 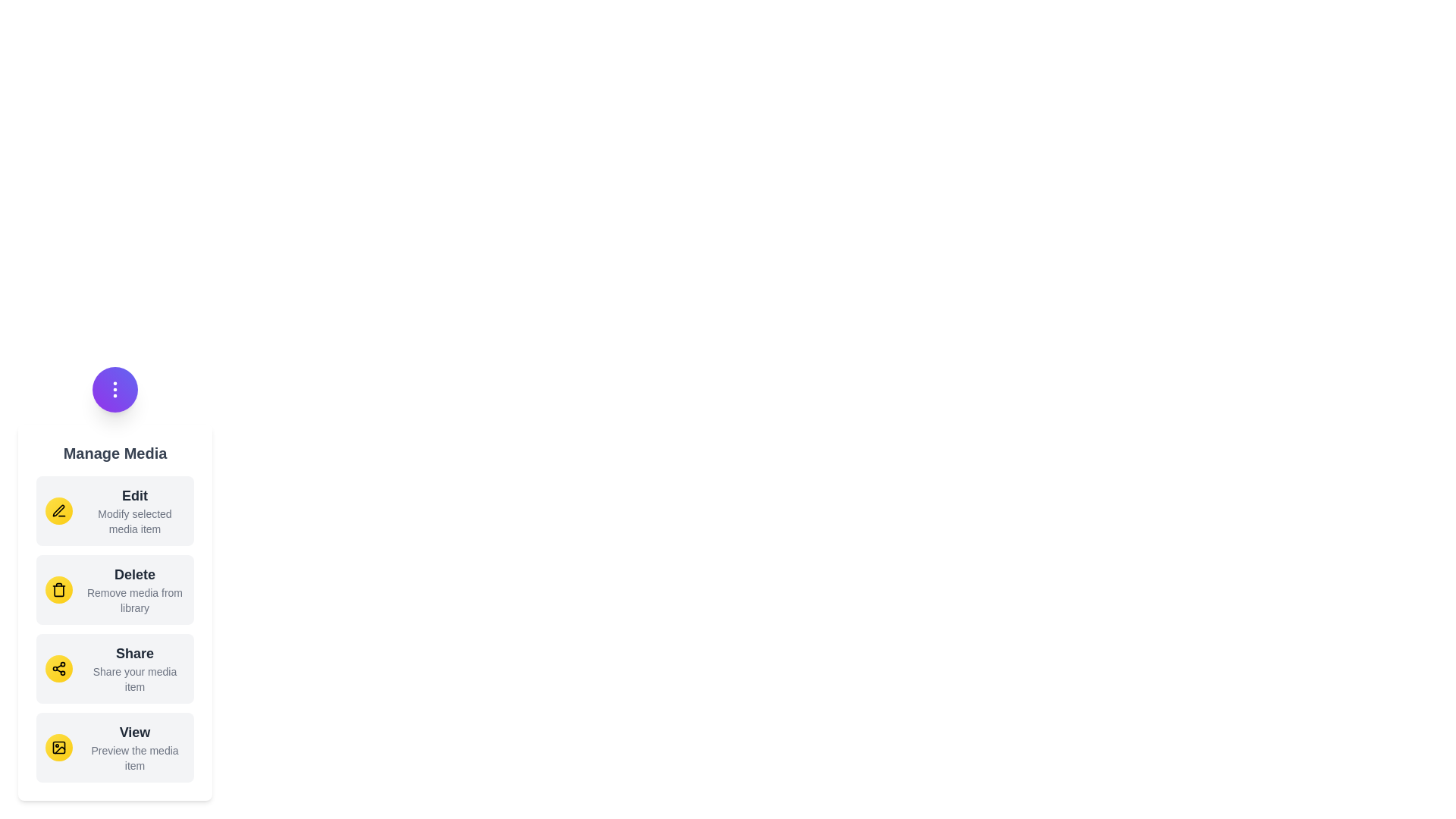 I want to click on the 'Edit' option in the menu, so click(x=115, y=511).